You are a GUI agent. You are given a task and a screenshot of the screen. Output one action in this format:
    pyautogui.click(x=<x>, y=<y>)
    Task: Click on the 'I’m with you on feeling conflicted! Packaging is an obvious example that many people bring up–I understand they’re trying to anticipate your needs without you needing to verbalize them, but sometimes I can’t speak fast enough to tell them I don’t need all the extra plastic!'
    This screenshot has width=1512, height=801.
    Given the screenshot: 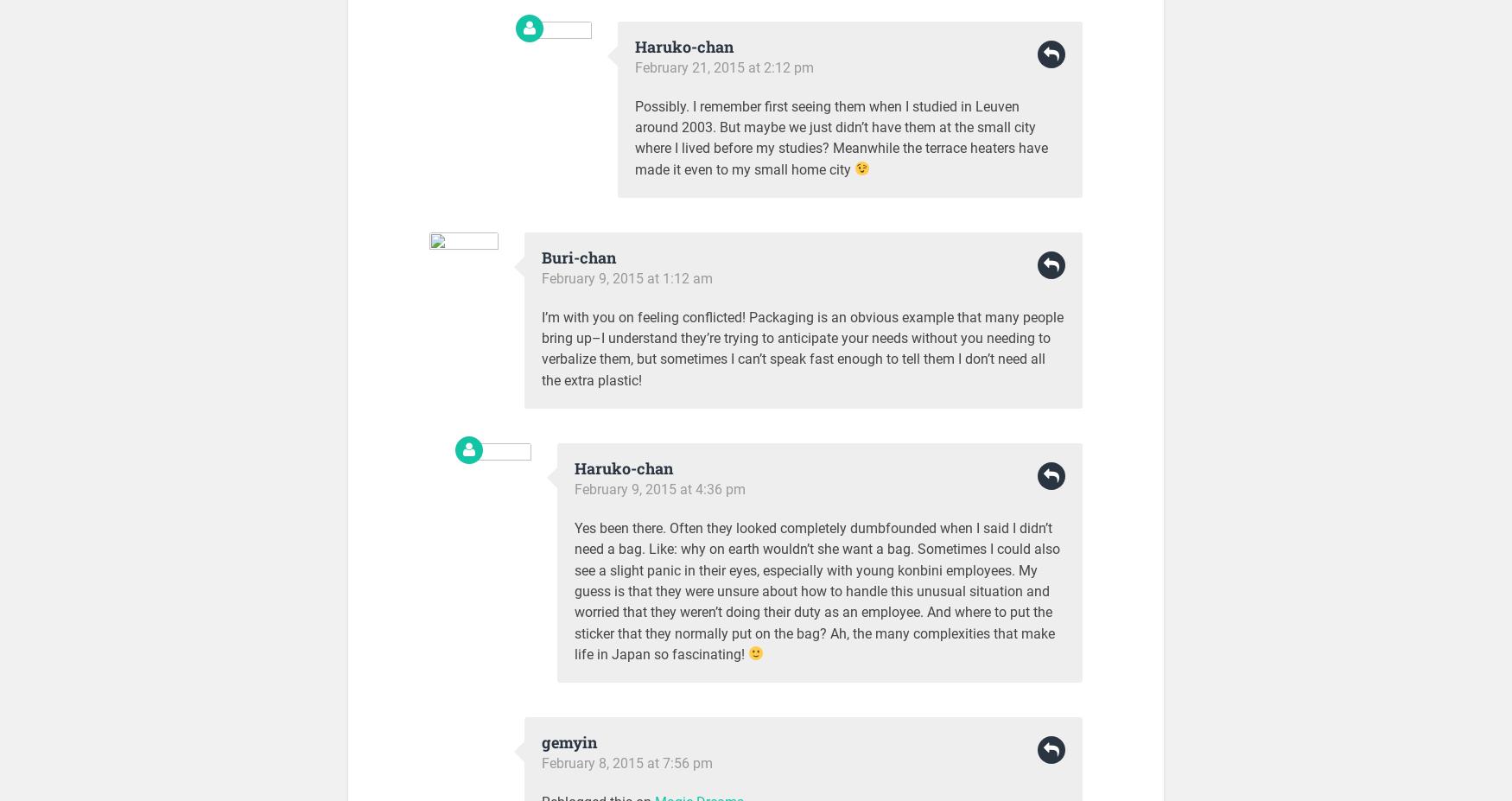 What is the action you would take?
    pyautogui.click(x=541, y=346)
    